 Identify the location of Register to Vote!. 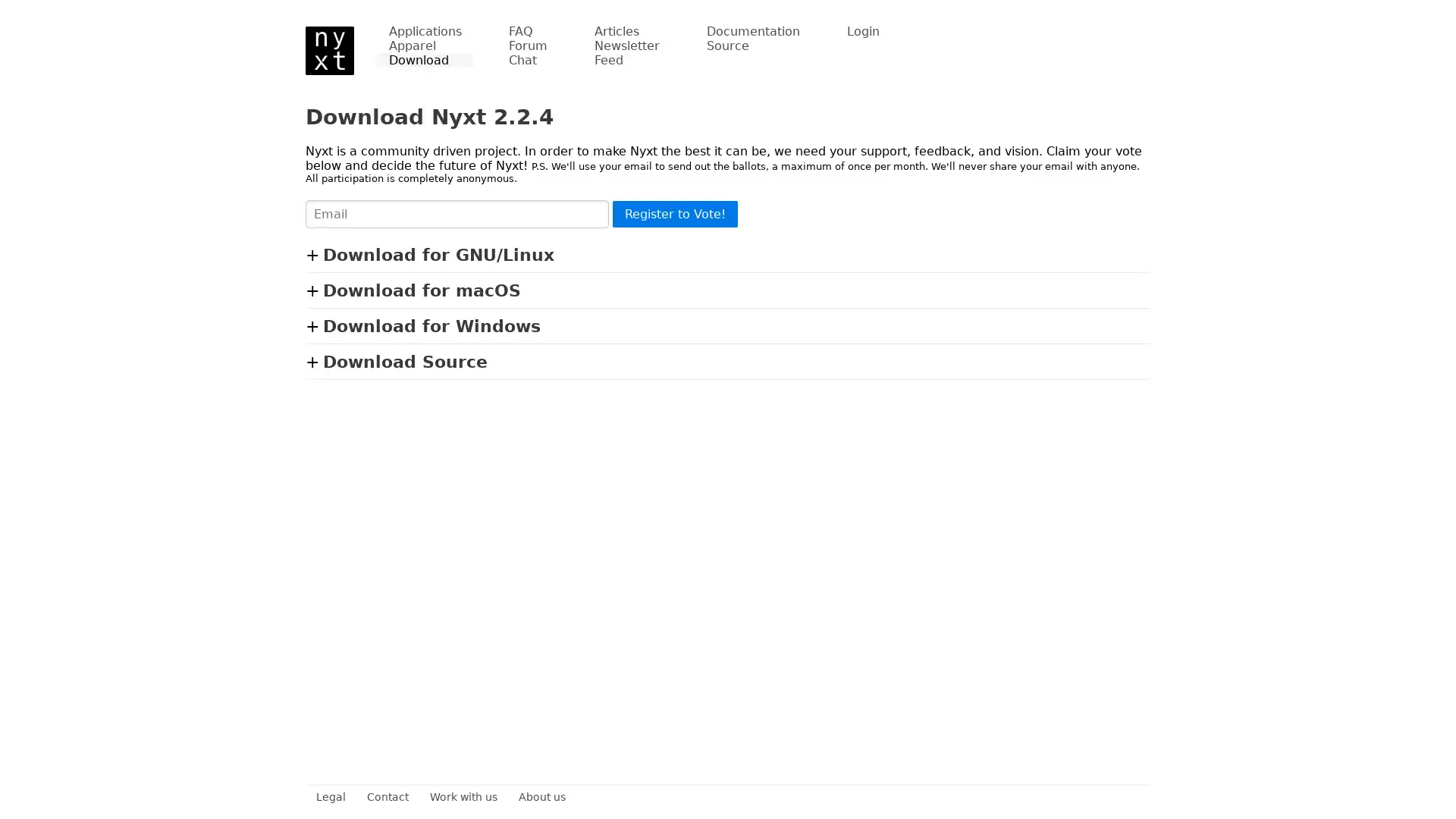
(674, 214).